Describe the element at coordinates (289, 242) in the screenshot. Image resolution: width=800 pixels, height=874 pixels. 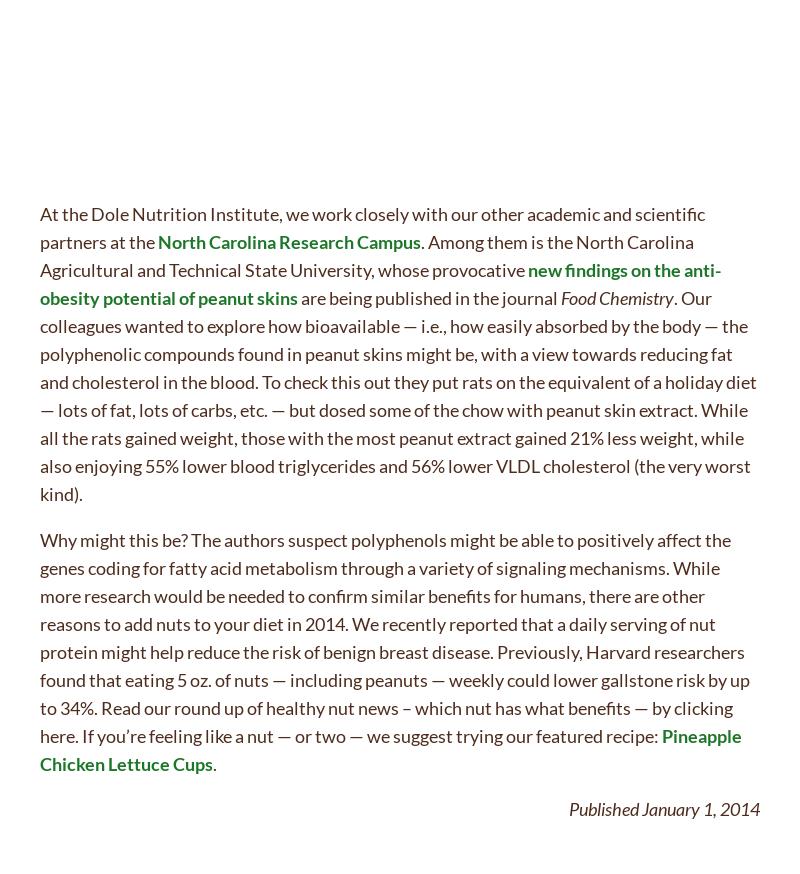
I see `'North Carolina Research Campus'` at that location.